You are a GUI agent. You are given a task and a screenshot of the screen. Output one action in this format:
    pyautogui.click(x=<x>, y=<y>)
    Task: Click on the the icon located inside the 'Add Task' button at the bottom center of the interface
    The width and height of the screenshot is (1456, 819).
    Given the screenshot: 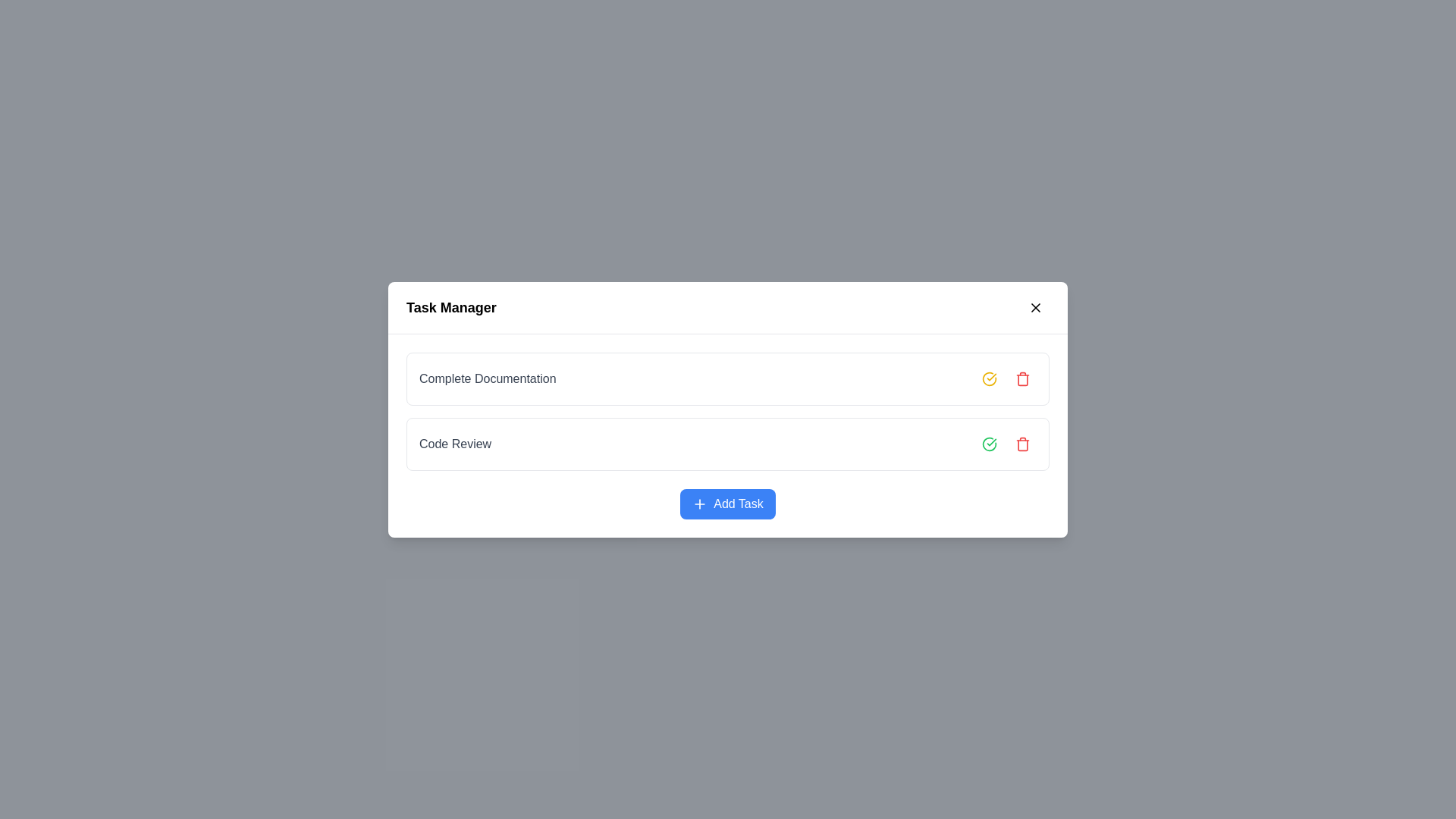 What is the action you would take?
    pyautogui.click(x=698, y=503)
    